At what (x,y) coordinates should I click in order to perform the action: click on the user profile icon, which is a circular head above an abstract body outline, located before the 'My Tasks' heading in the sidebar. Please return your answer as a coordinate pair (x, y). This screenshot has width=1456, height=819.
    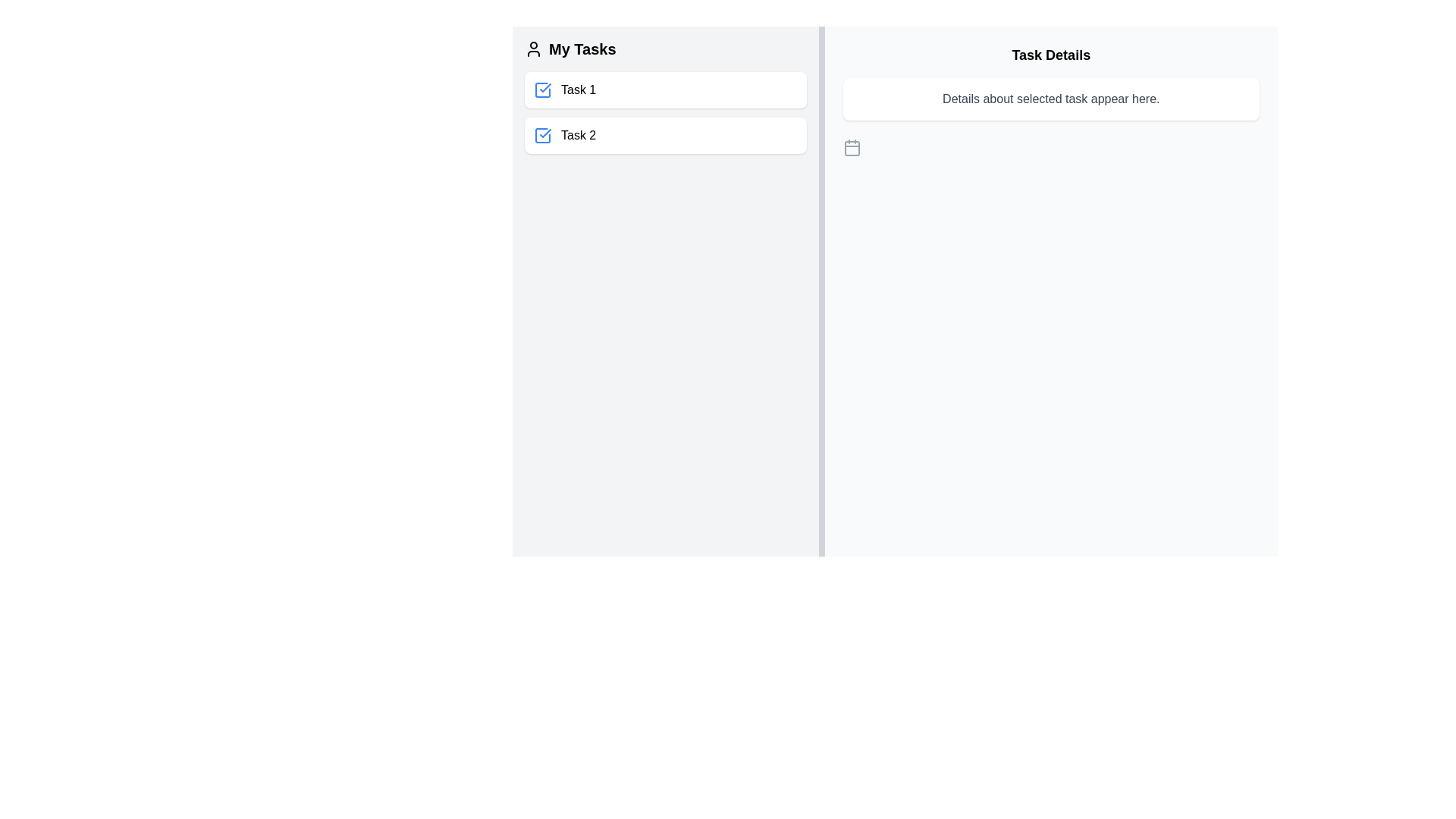
    Looking at the image, I should click on (534, 49).